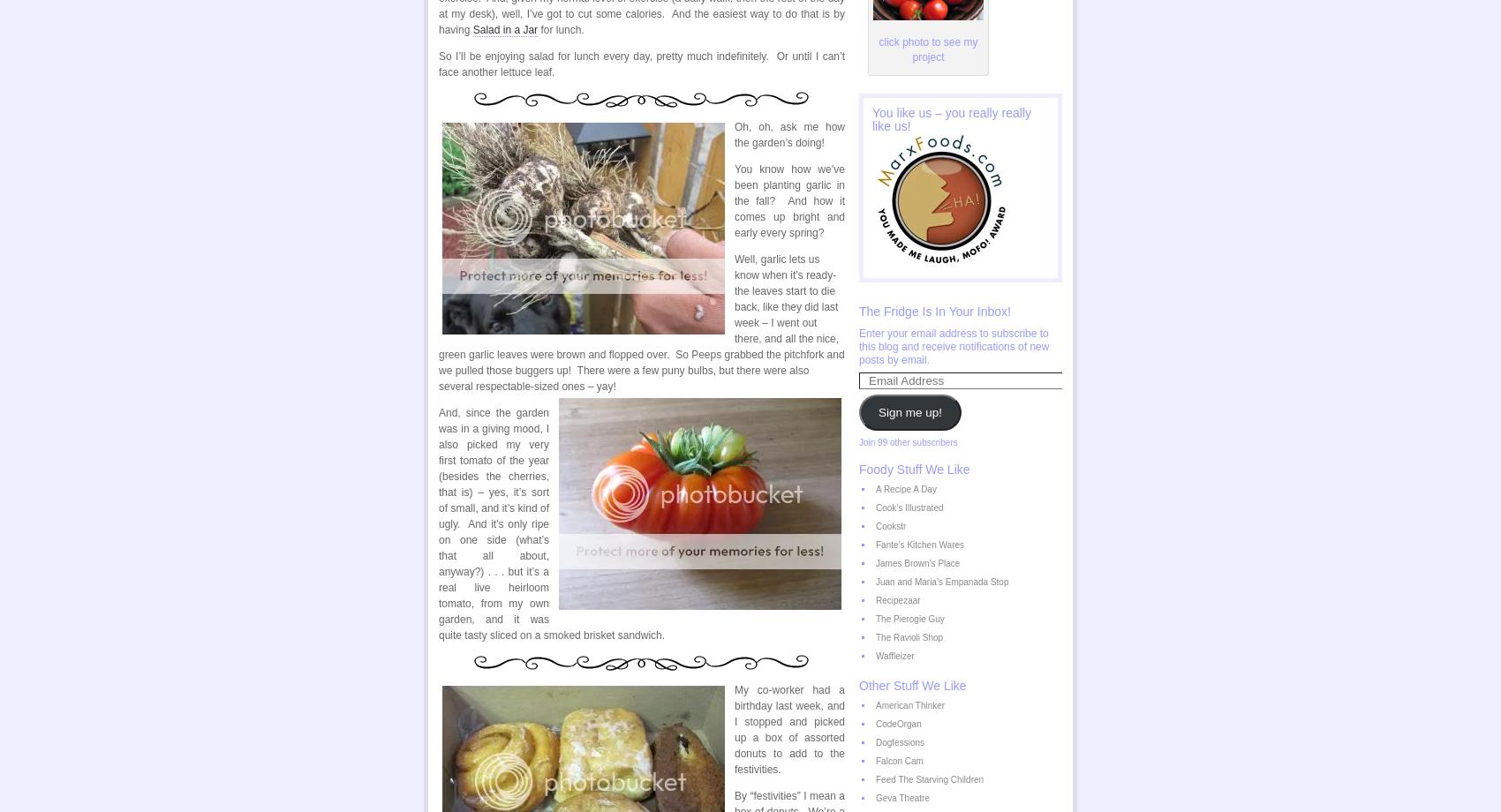 The image size is (1501, 812). I want to click on 'Cookstr', so click(874, 525).